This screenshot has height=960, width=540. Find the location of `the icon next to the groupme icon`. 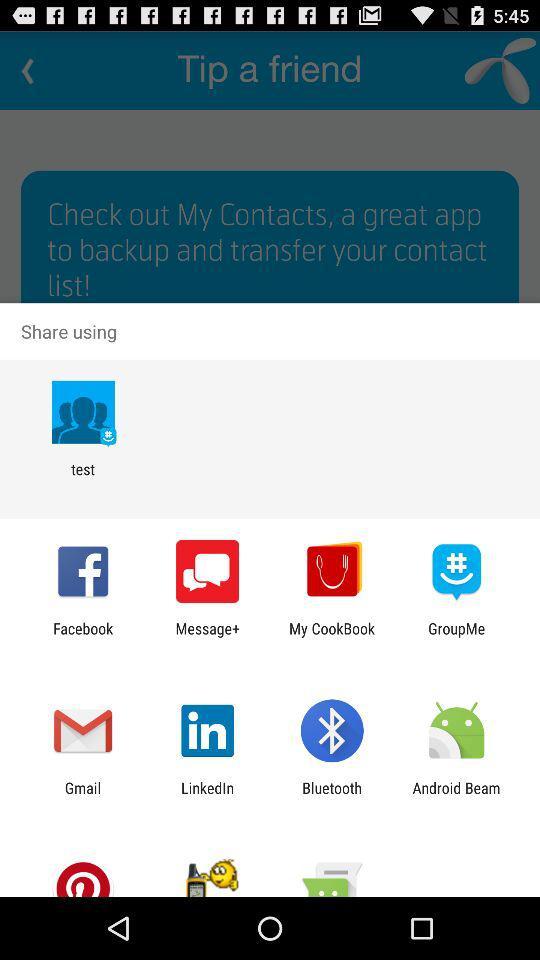

the icon next to the groupme icon is located at coordinates (332, 636).